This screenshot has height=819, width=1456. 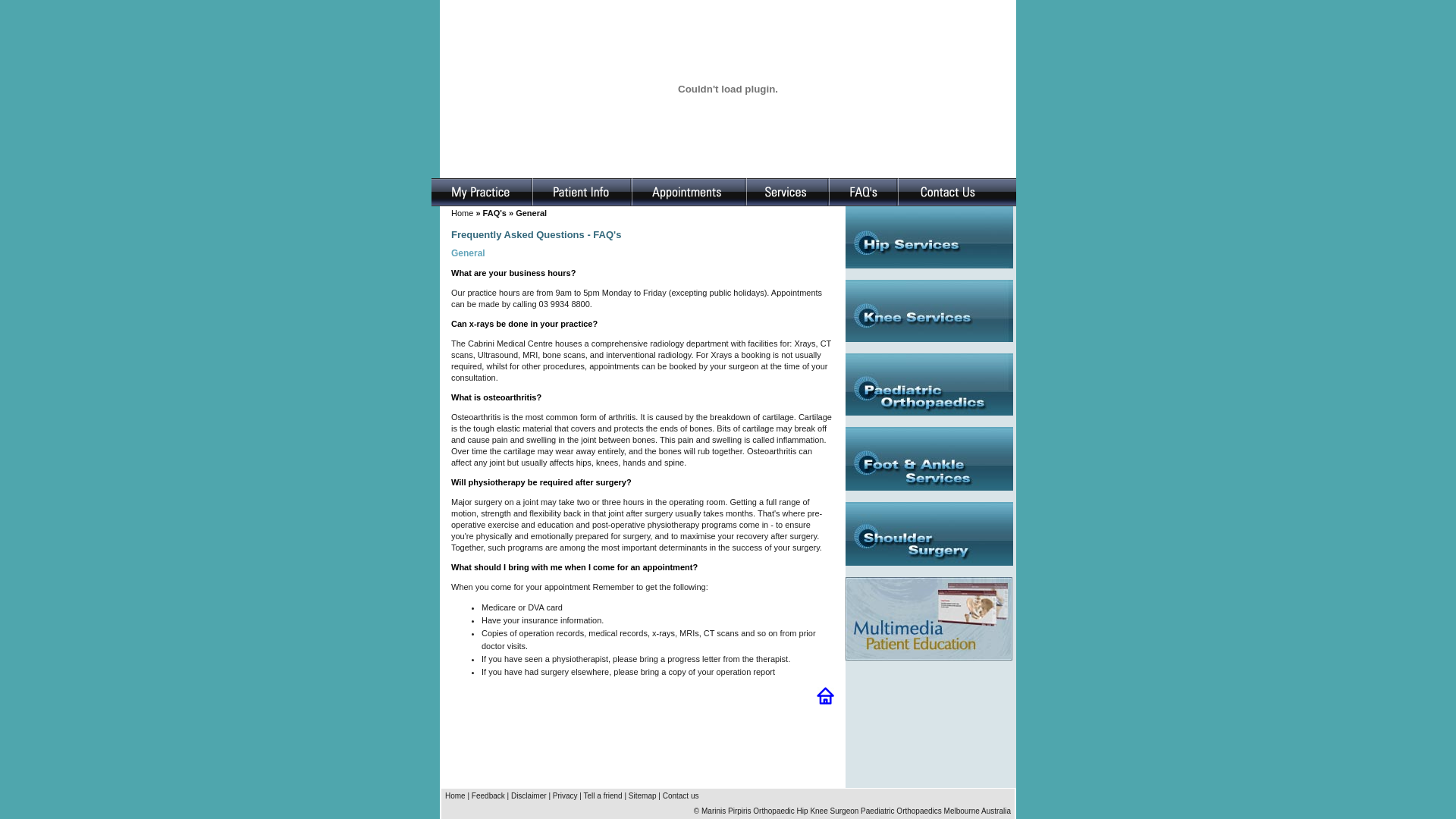 What do you see at coordinates (454, 795) in the screenshot?
I see `'Home'` at bounding box center [454, 795].